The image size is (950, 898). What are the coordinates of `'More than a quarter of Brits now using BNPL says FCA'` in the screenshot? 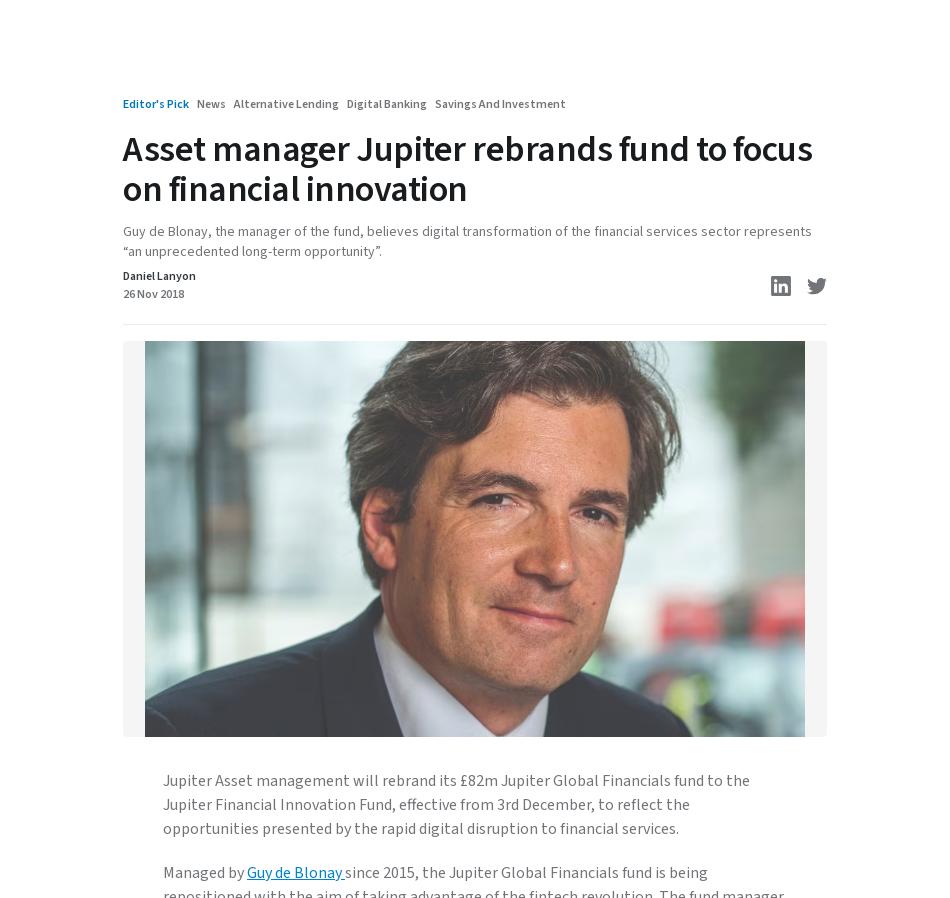 It's located at (375, 103).